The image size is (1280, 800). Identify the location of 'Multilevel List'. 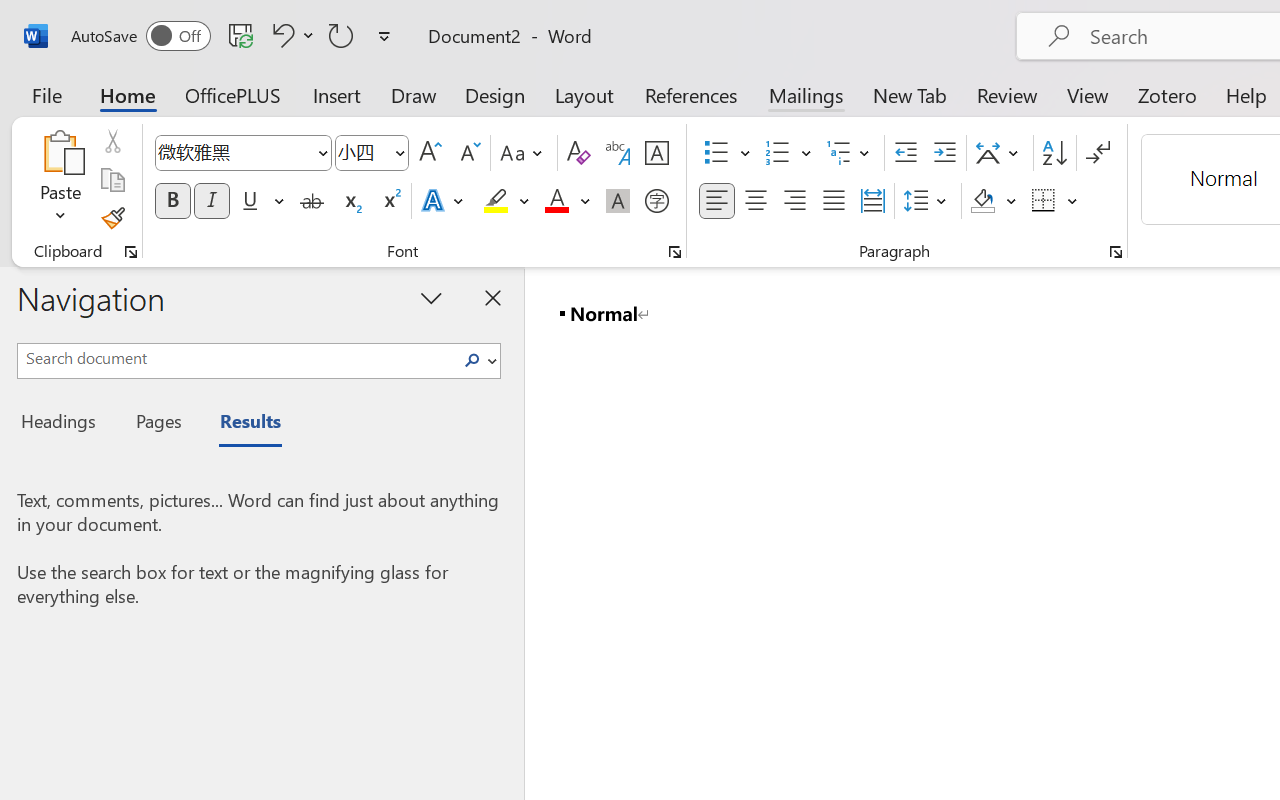
(850, 153).